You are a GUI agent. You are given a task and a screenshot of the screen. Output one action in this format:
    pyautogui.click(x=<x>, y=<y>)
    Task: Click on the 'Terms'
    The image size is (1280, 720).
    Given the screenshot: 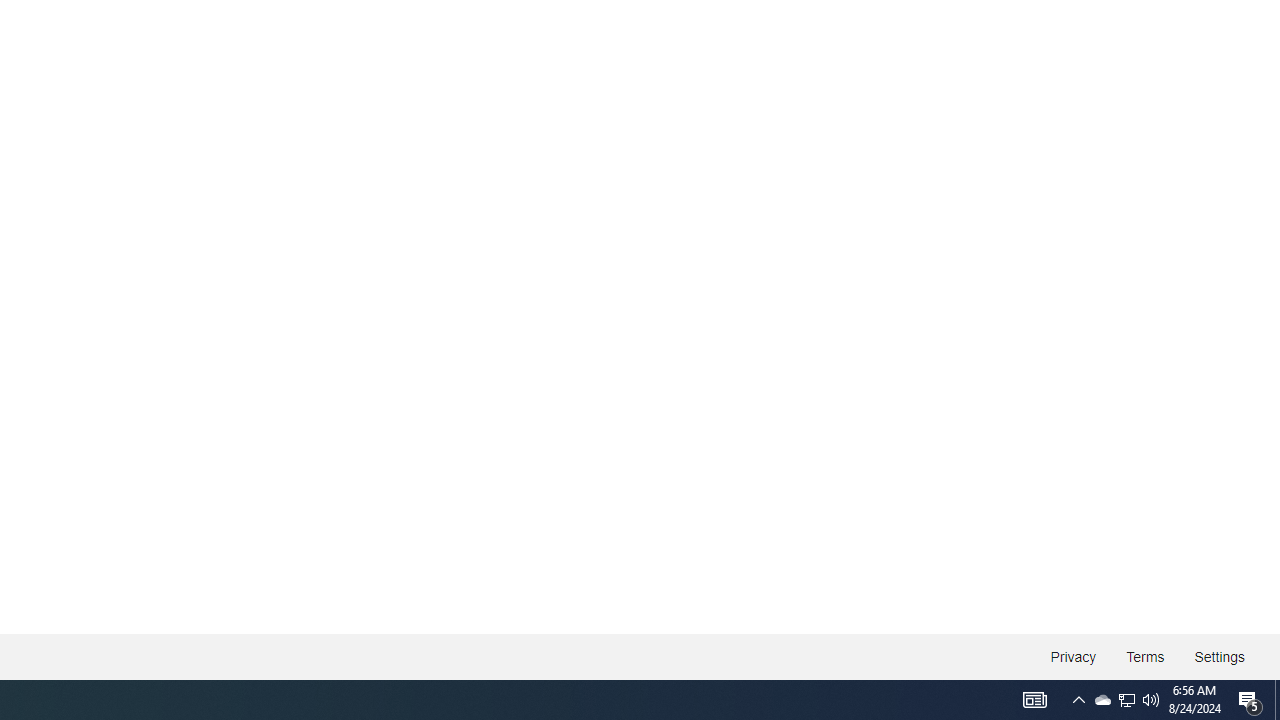 What is the action you would take?
    pyautogui.click(x=1145, y=657)
    